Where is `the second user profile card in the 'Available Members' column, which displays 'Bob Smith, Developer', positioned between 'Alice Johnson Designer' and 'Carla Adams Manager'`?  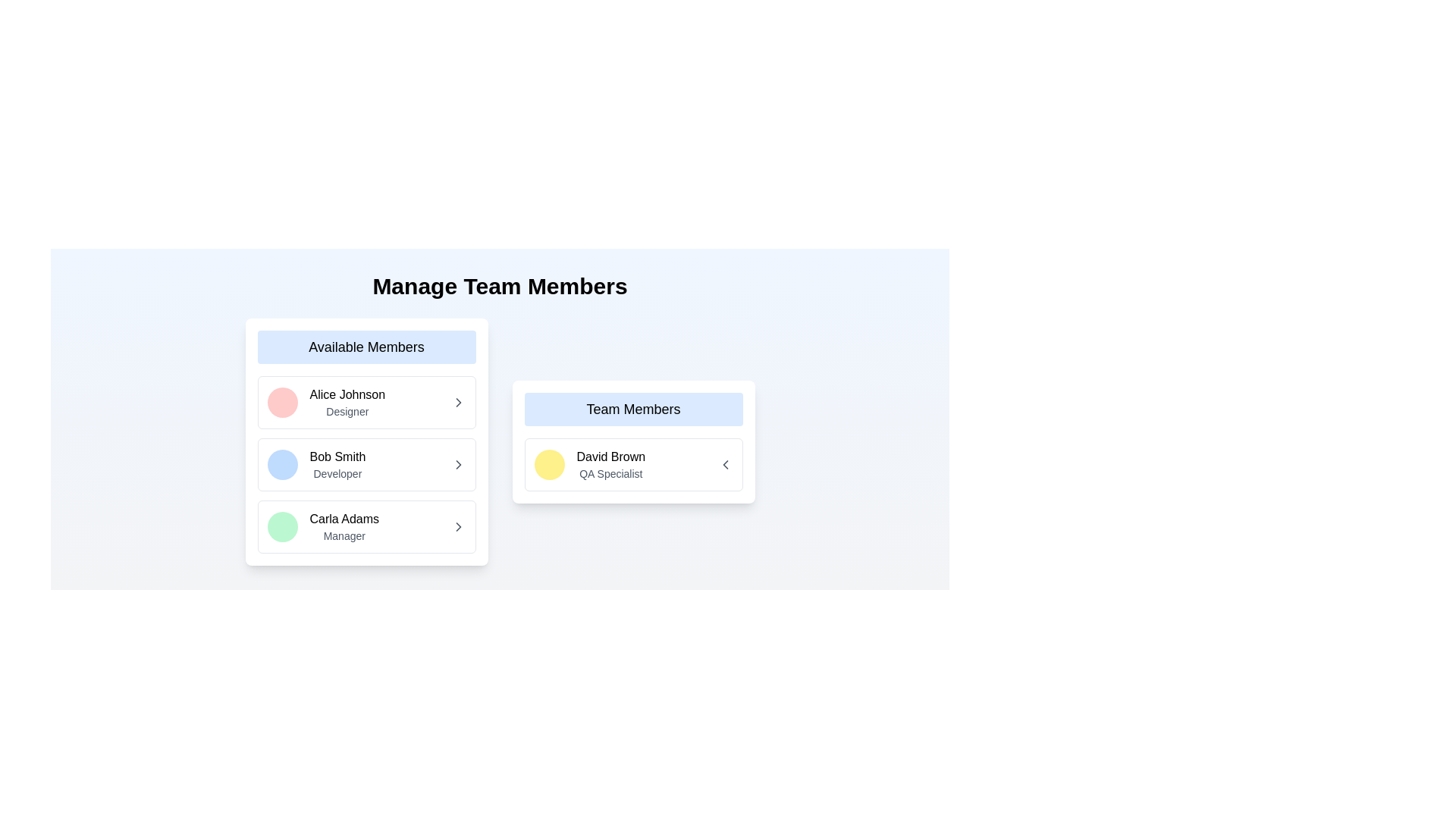
the second user profile card in the 'Available Members' column, which displays 'Bob Smith, Developer', positioned between 'Alice Johnson Designer' and 'Carla Adams Manager' is located at coordinates (315, 464).